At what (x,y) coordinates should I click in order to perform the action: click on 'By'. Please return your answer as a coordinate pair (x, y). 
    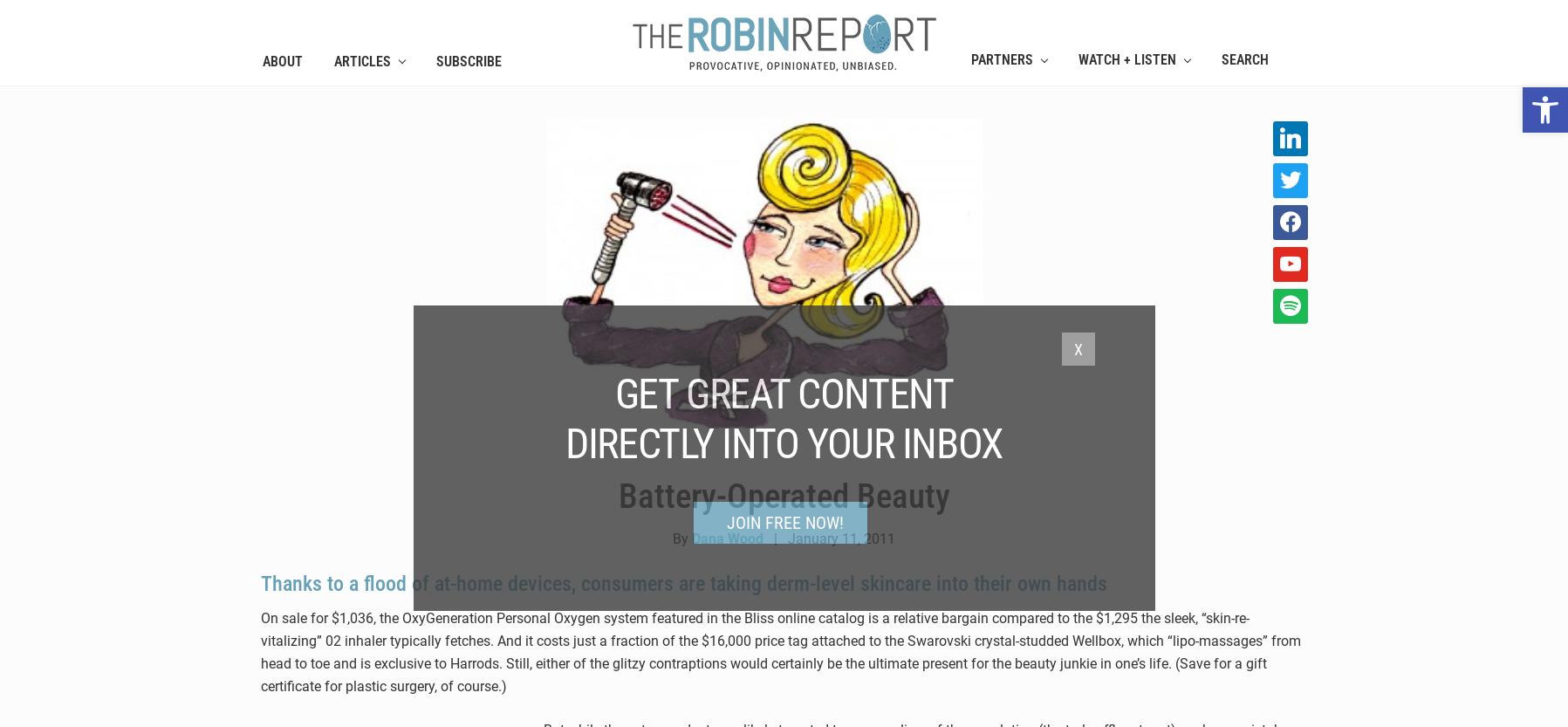
    Looking at the image, I should click on (671, 538).